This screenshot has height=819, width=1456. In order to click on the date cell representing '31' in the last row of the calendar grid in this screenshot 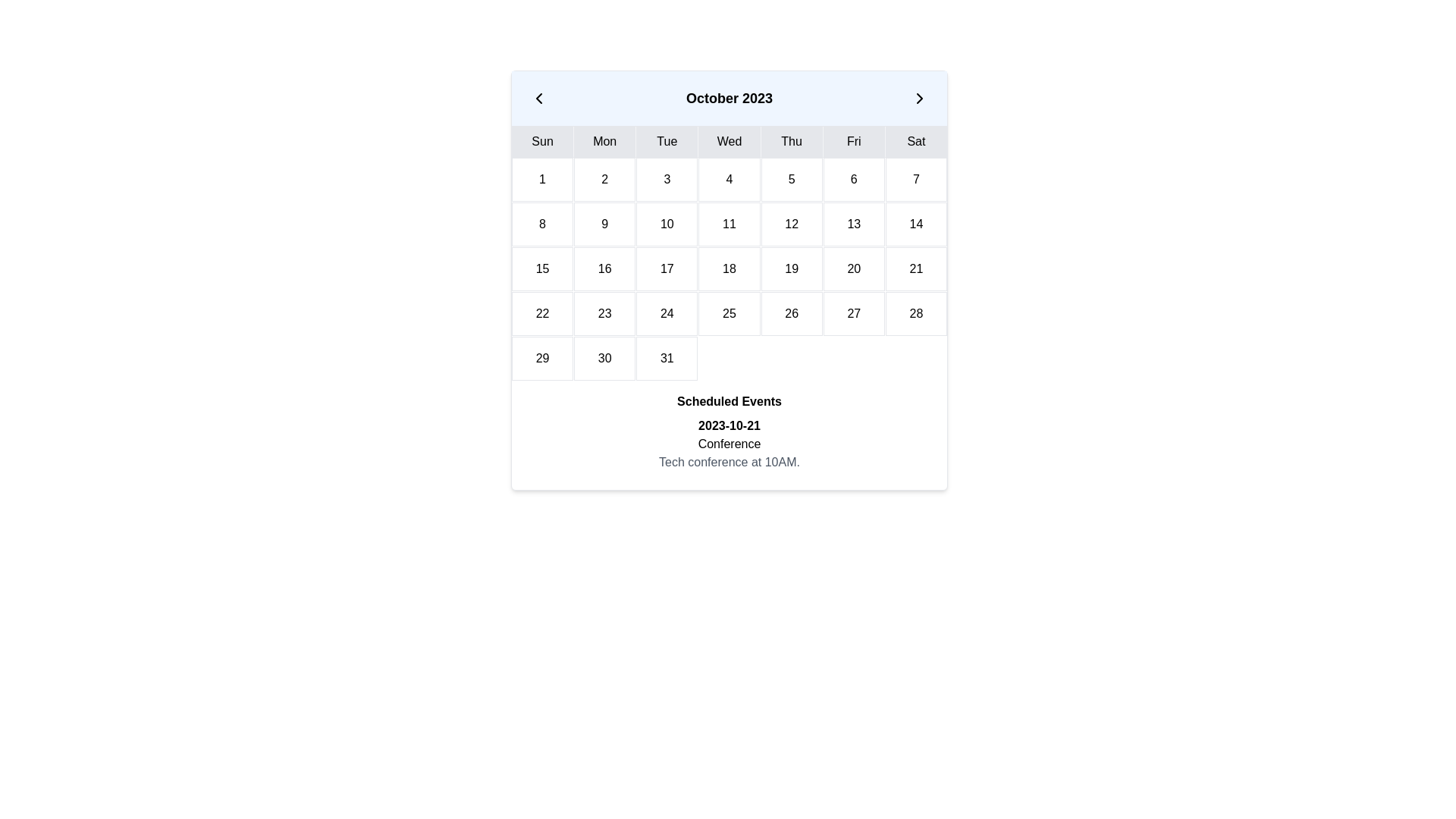, I will do `click(667, 359)`.